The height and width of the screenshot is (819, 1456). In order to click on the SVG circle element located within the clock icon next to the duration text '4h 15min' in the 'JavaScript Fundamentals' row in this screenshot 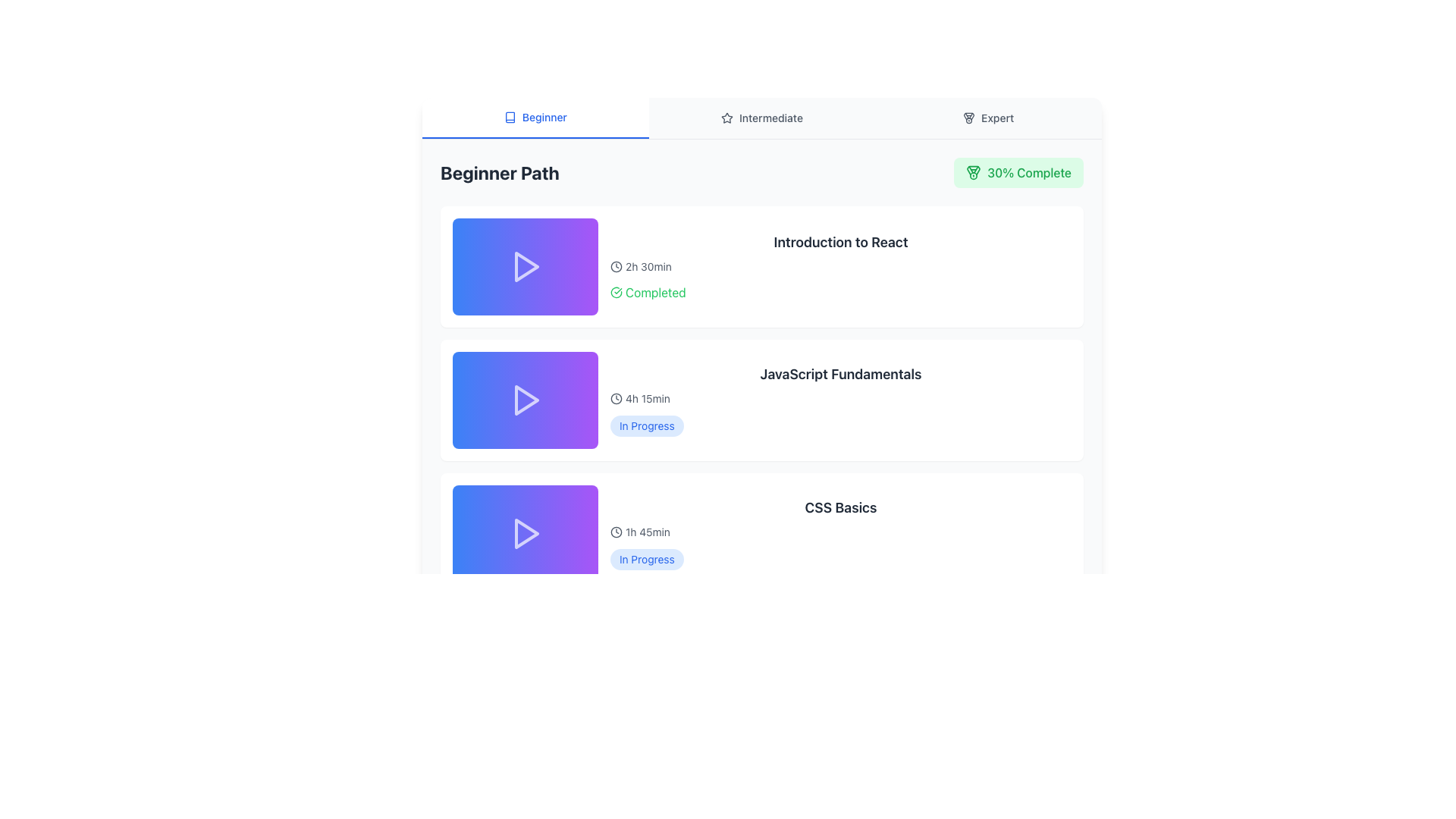, I will do `click(616, 532)`.